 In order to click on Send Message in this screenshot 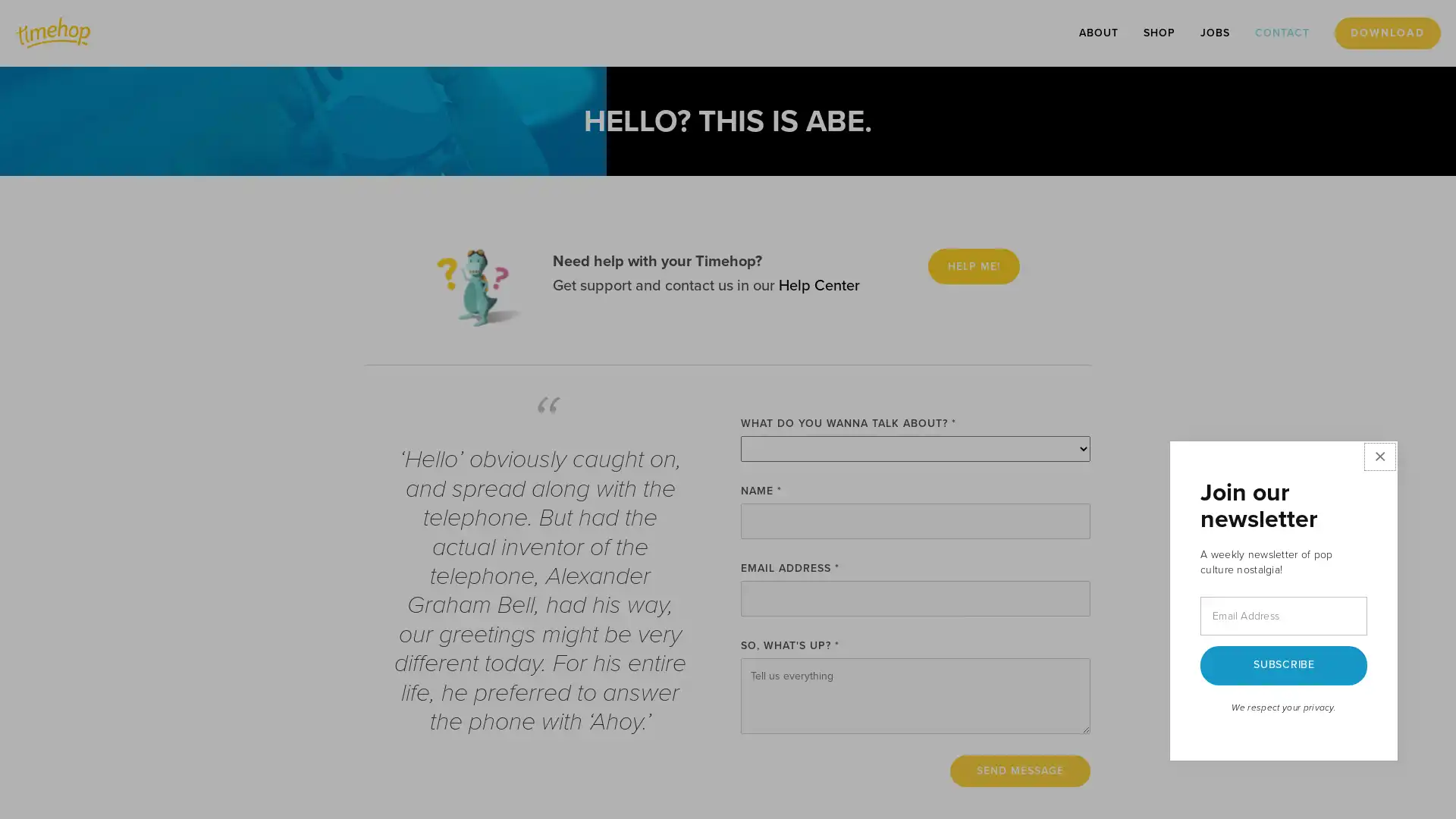, I will do `click(1020, 770)`.